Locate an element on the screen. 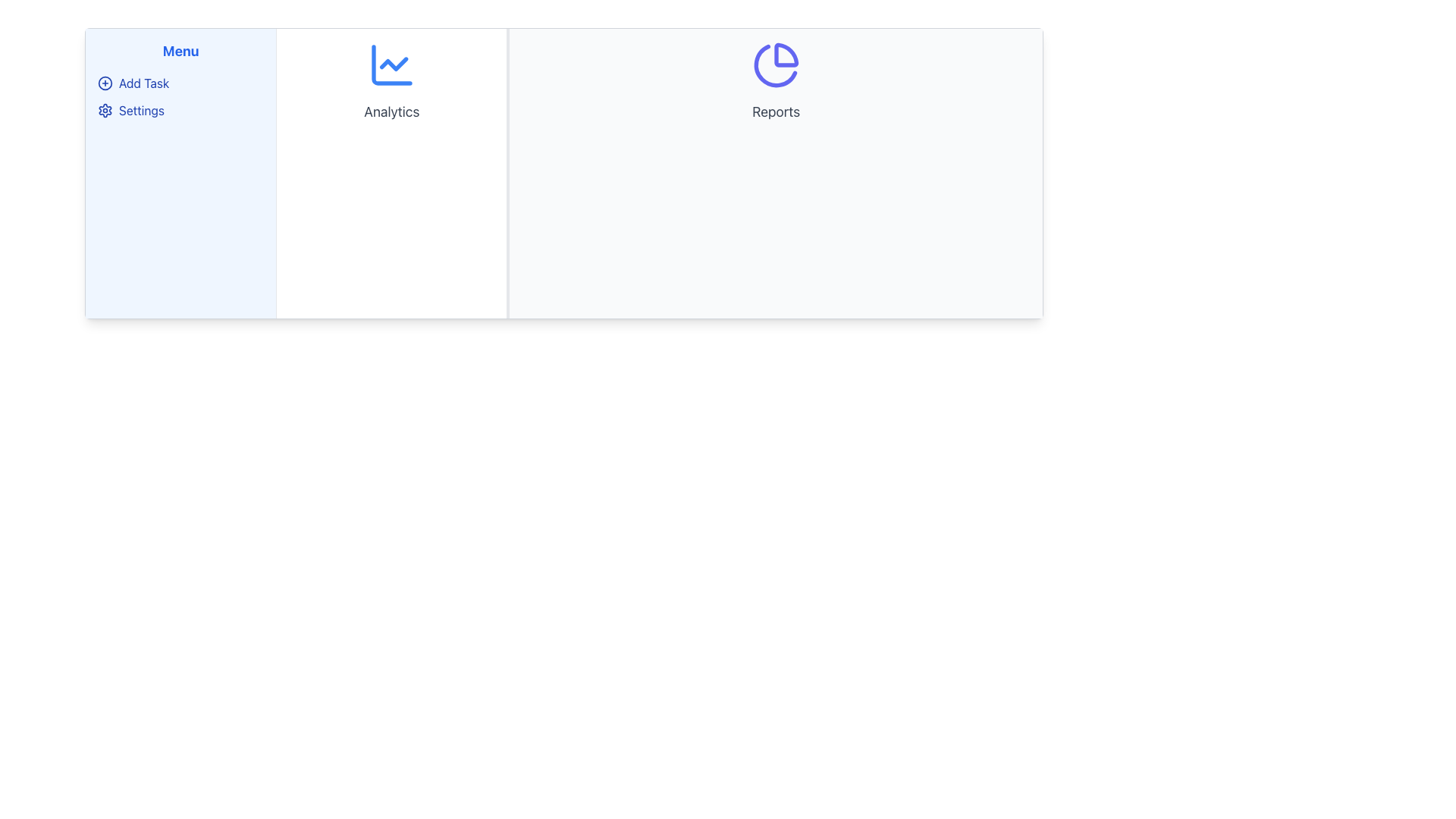 This screenshot has height=819, width=1456. the second segment of the pie chart icon in the 'Reports' section, which serves as a decorative graphic component is located at coordinates (775, 65).